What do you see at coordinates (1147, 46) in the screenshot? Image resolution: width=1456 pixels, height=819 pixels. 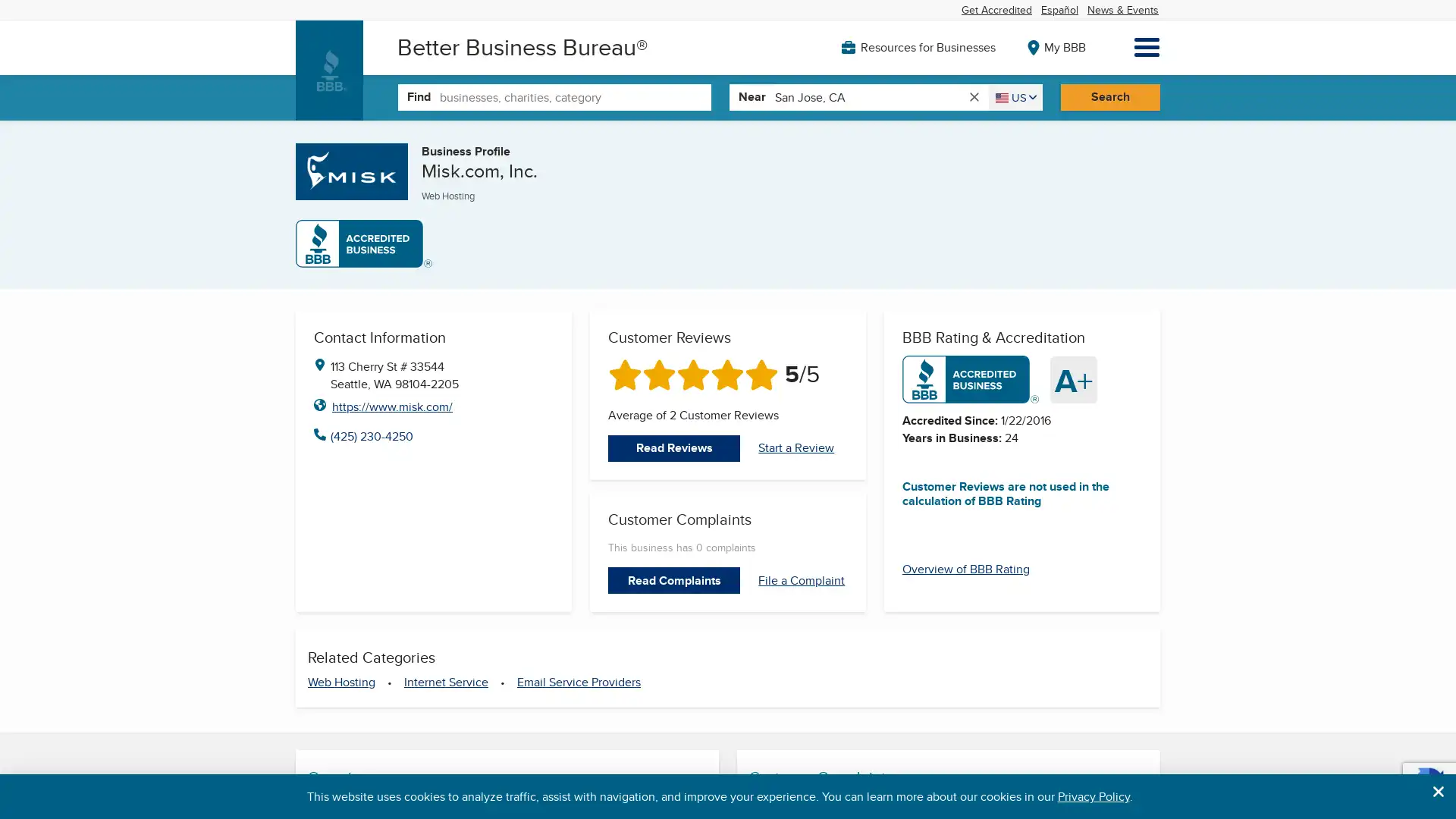 I see `Menu` at bounding box center [1147, 46].